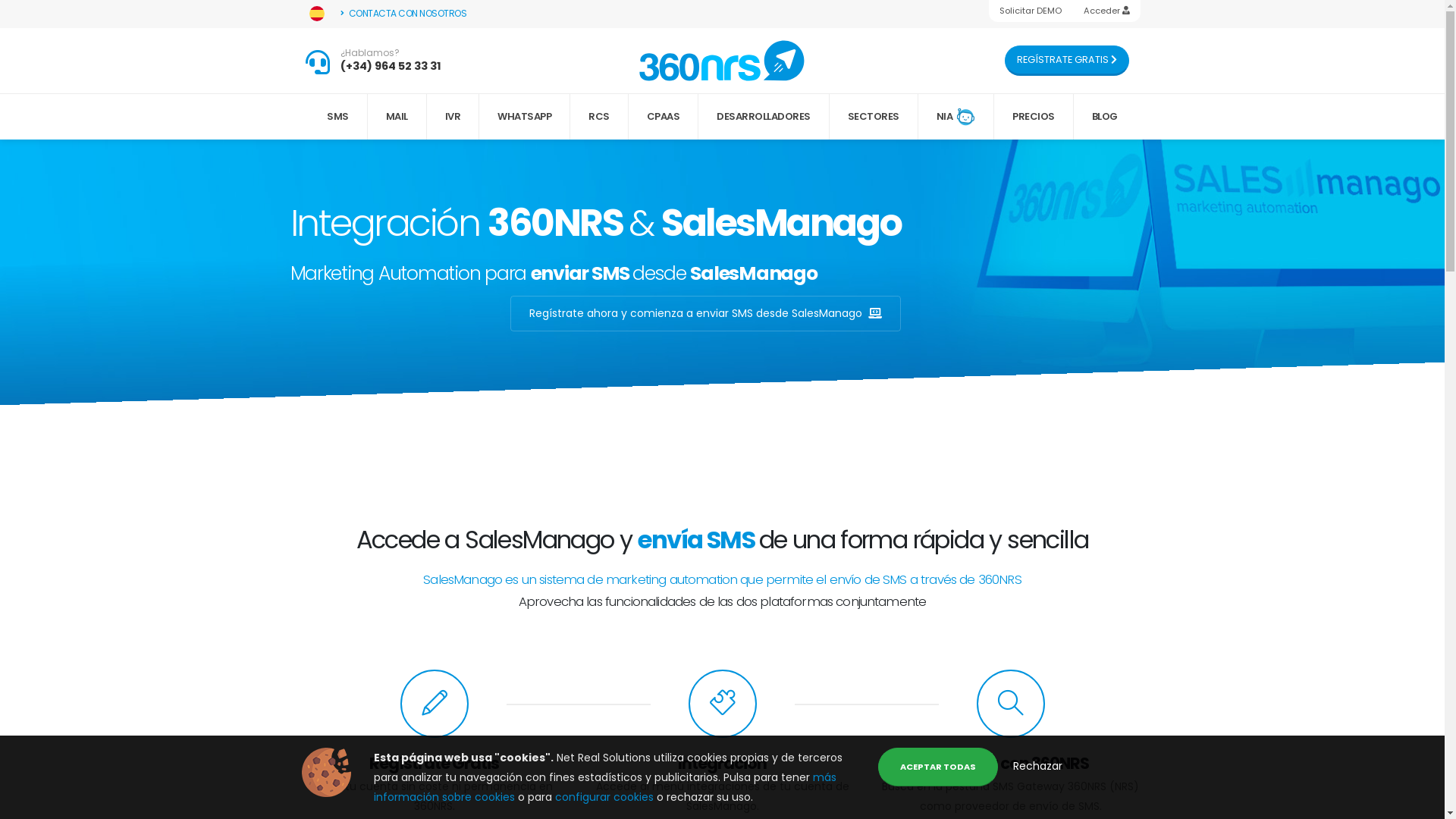 The width and height of the screenshot is (1456, 819). I want to click on 'Acceder', so click(1106, 11).